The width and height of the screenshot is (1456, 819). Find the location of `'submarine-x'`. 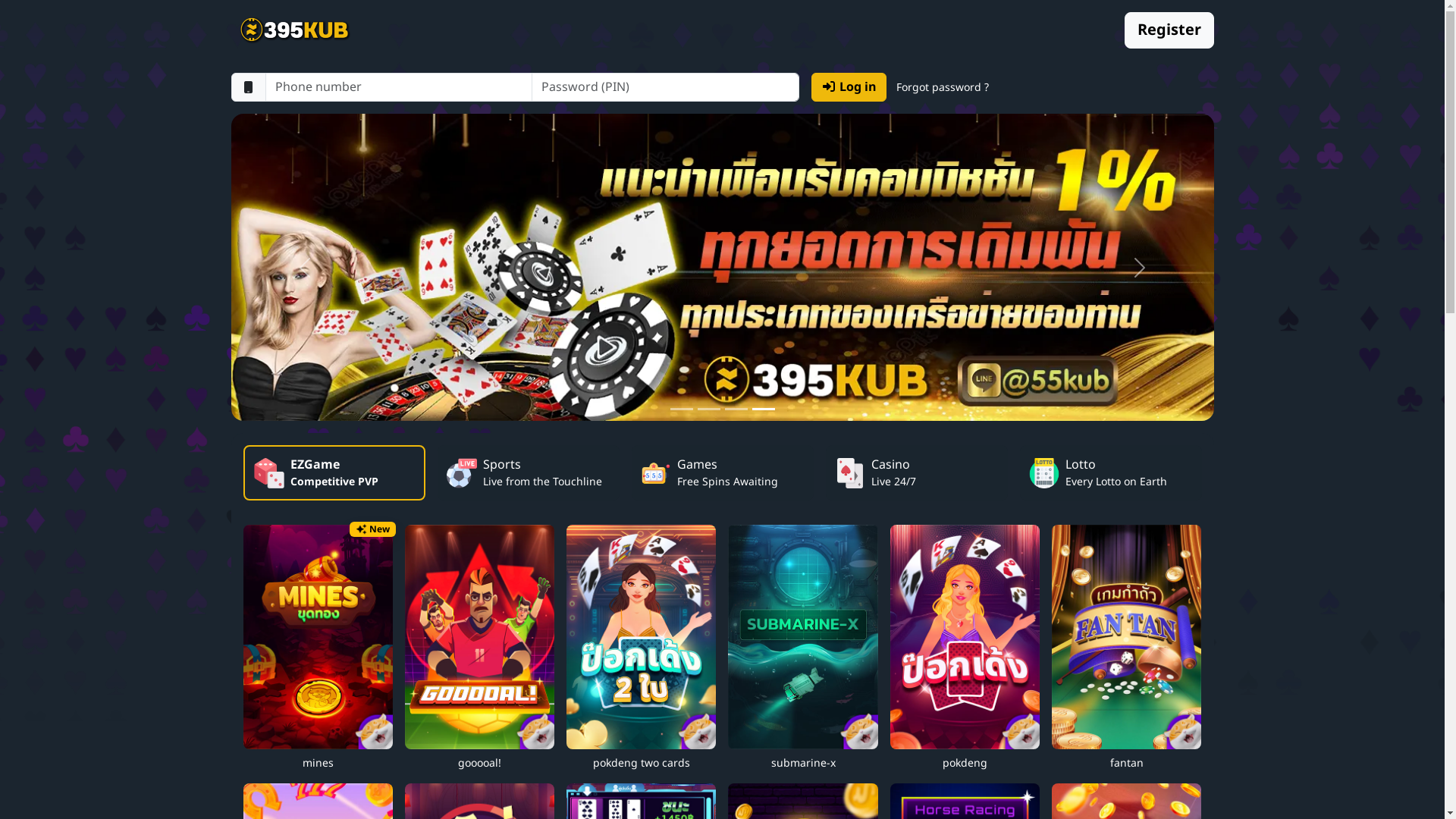

'submarine-x' is located at coordinates (802, 648).